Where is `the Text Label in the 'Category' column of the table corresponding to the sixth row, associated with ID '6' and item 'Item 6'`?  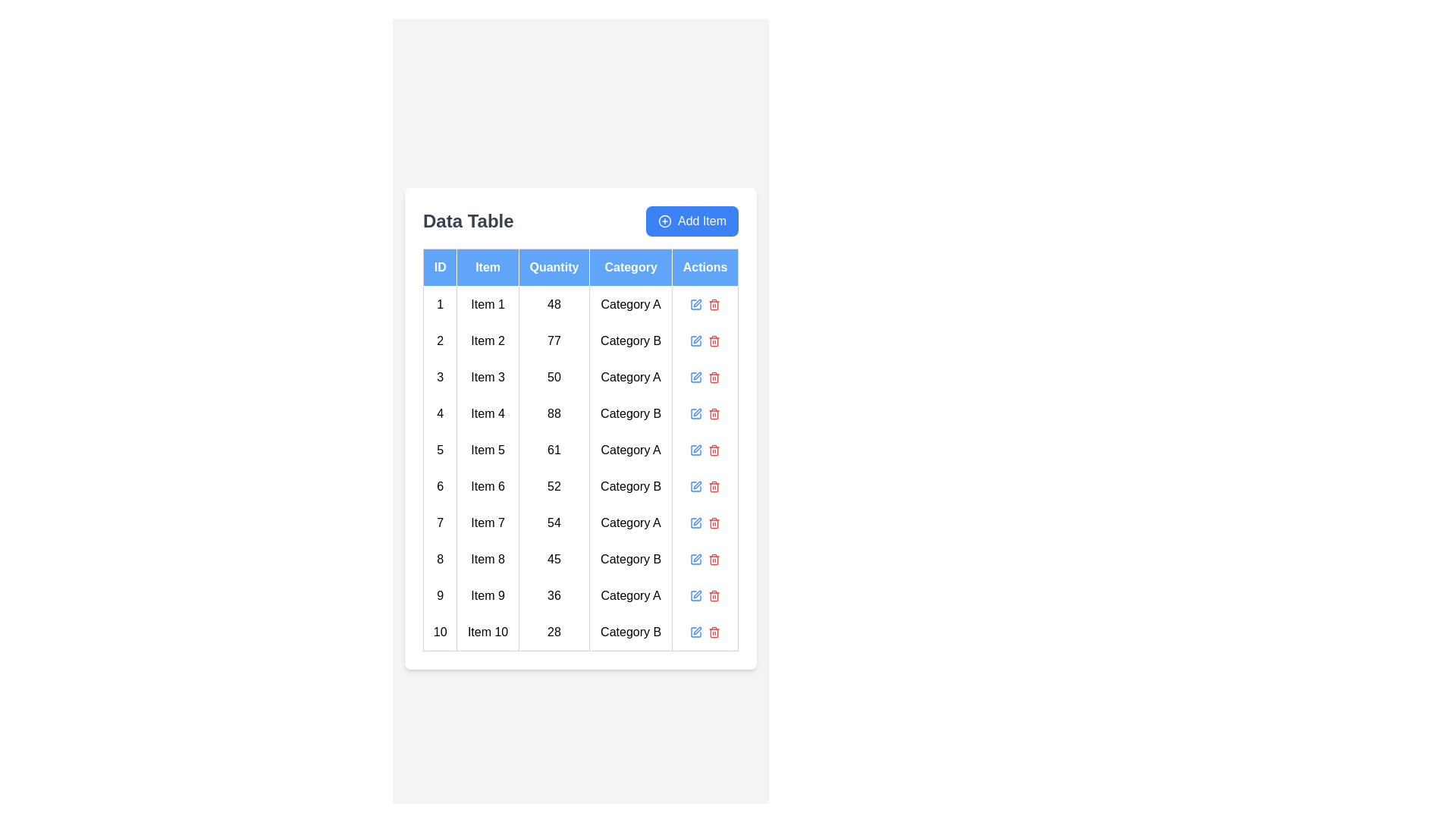 the Text Label in the 'Category' column of the table corresponding to the sixth row, associated with ID '6' and item 'Item 6' is located at coordinates (631, 486).